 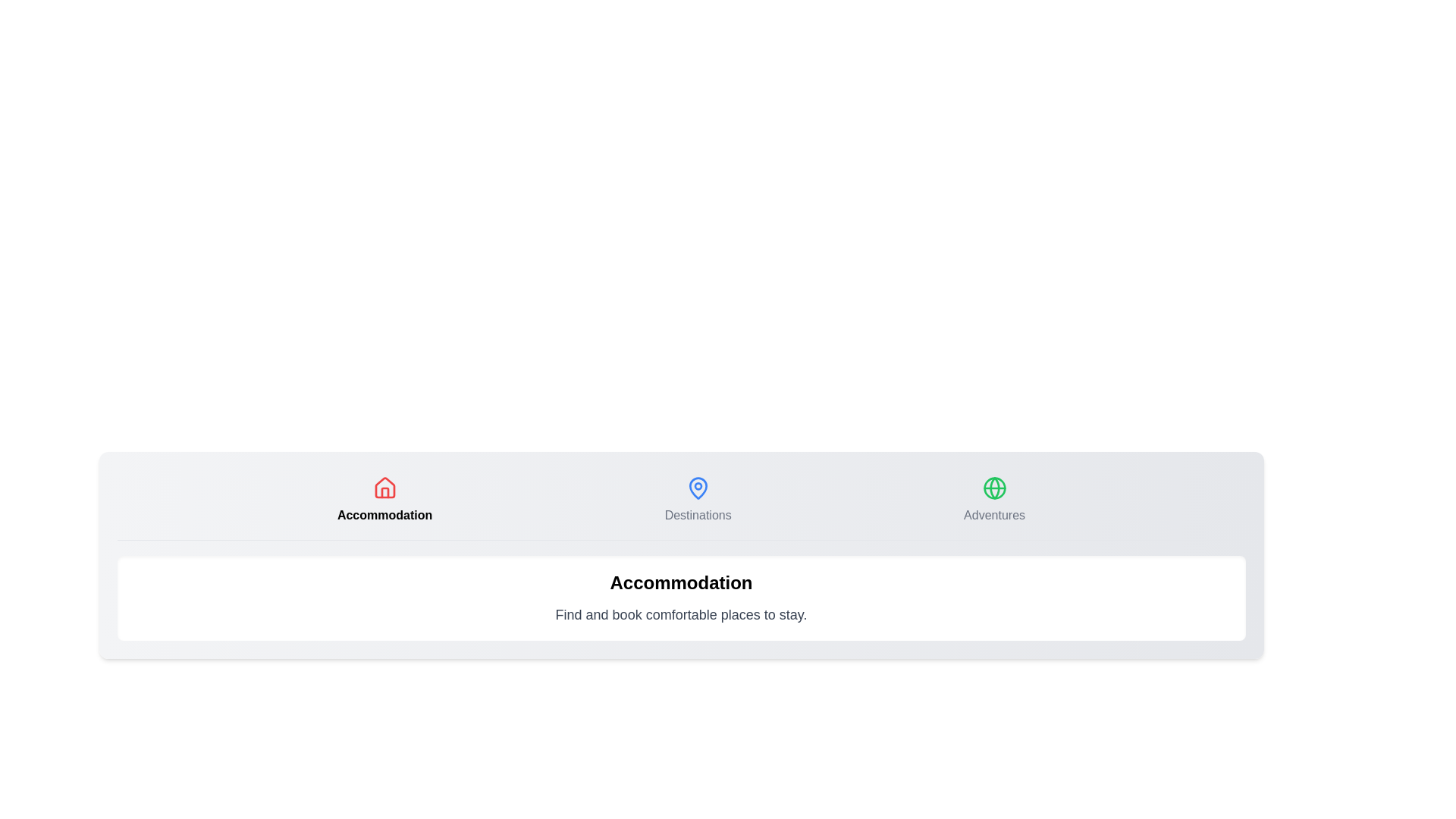 What do you see at coordinates (384, 500) in the screenshot?
I see `the Accommodation tab` at bounding box center [384, 500].